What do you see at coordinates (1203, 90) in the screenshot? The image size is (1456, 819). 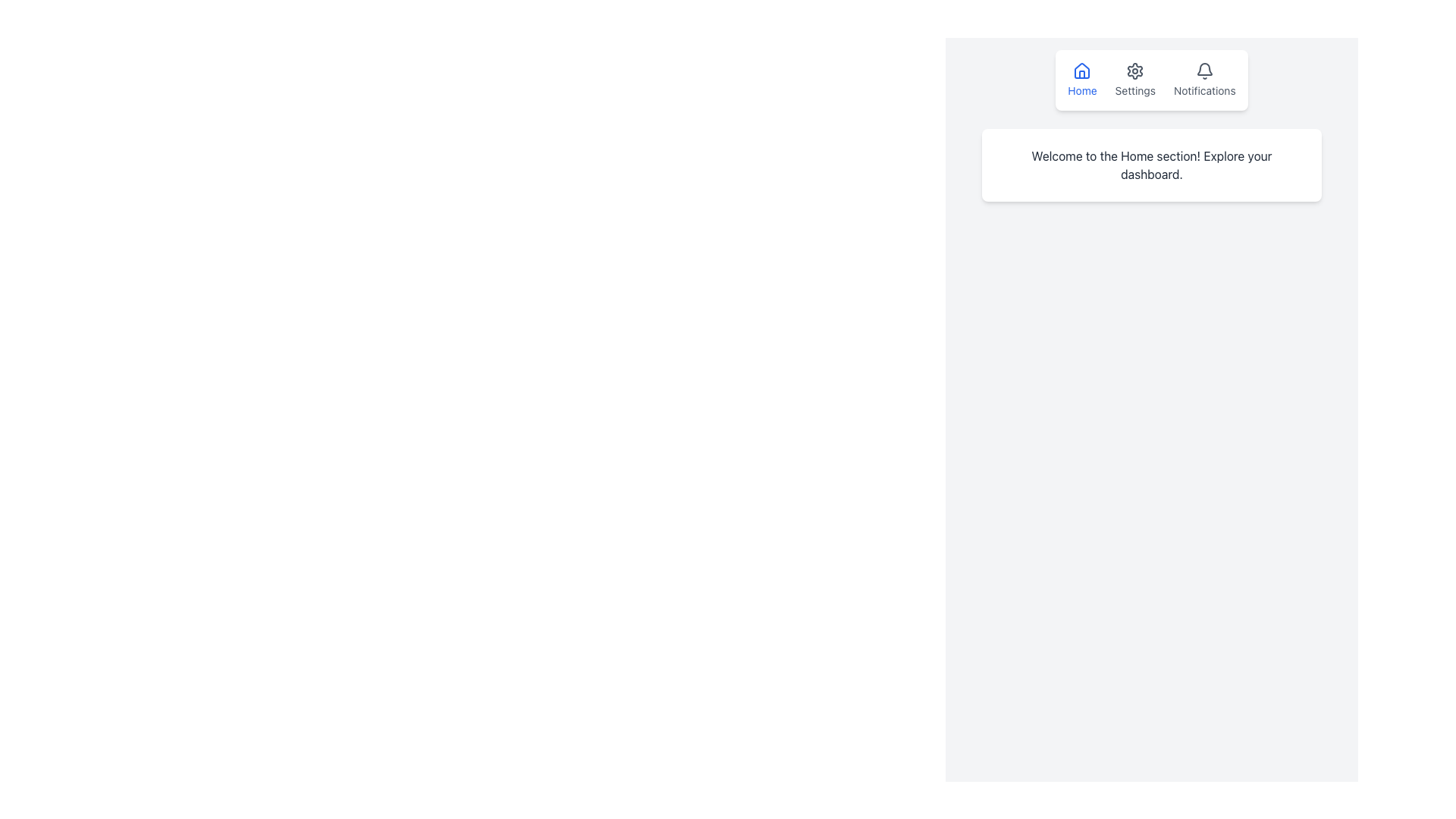 I see `the text label reading 'Notifications', which is styled with a smaller font size and light gray color, located directly below a bell icon` at bounding box center [1203, 90].